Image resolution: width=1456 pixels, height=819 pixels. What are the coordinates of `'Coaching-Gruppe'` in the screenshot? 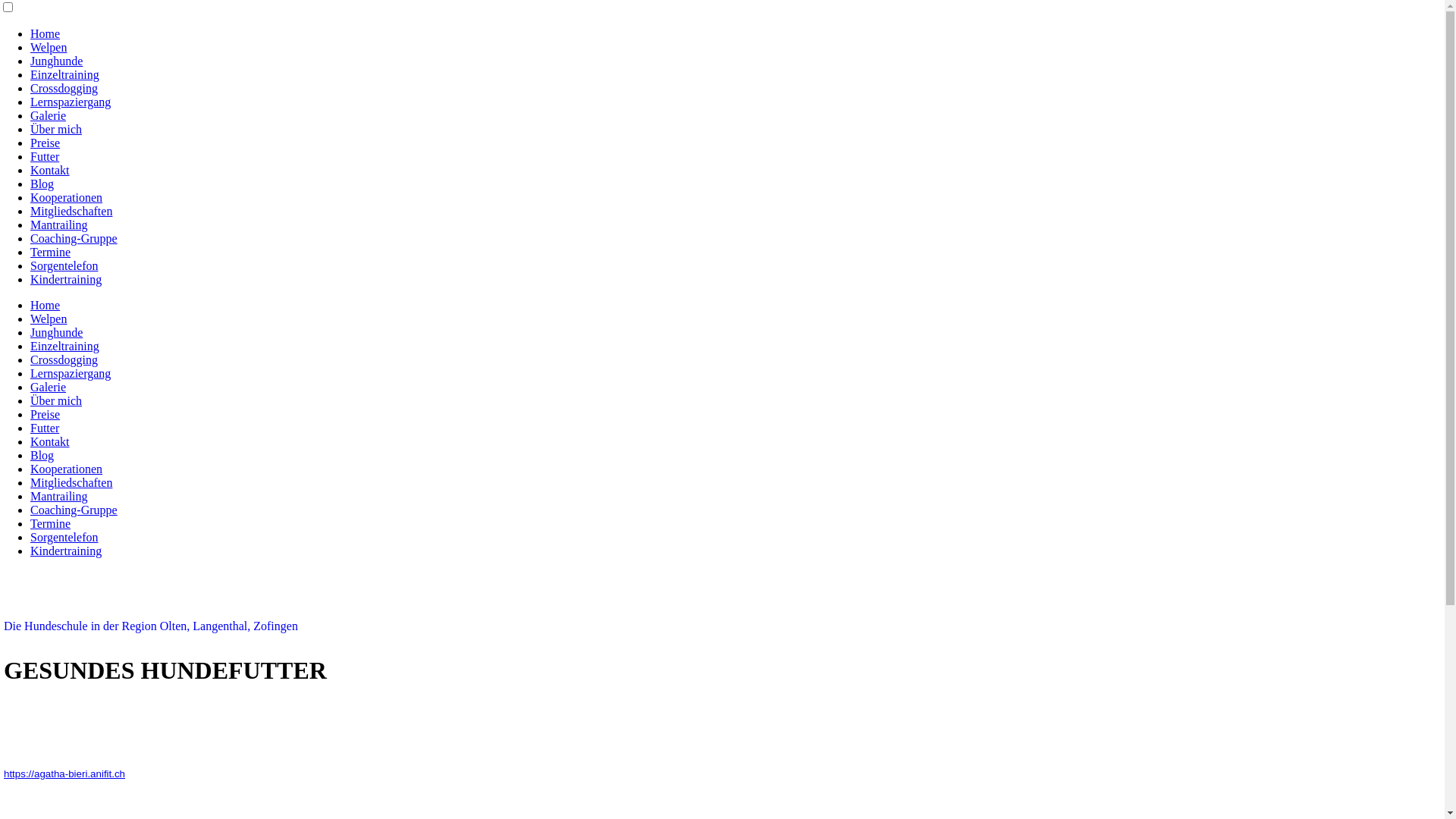 It's located at (30, 238).